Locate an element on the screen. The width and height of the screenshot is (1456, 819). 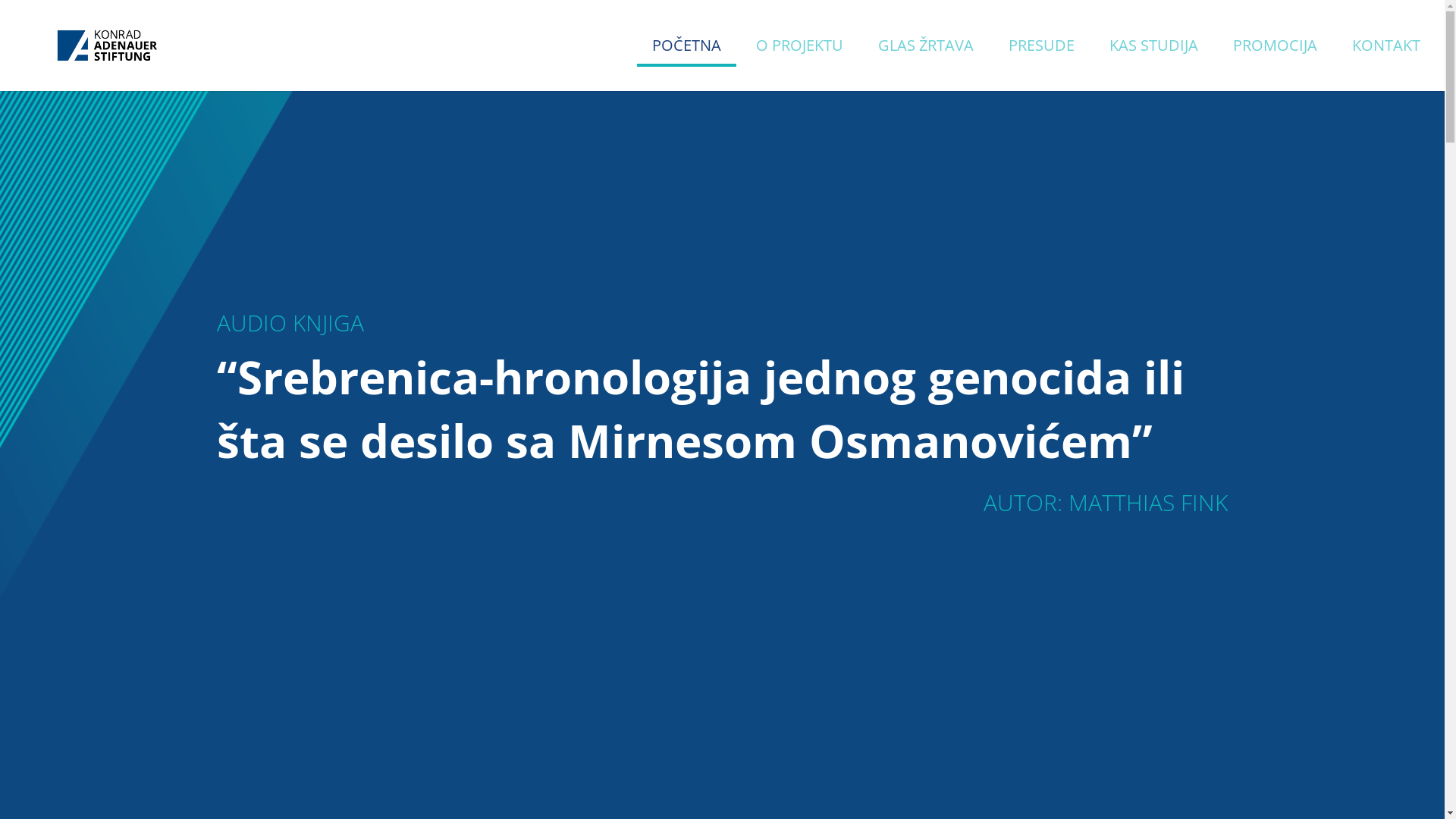
'PRESUDE' is located at coordinates (1008, 64).